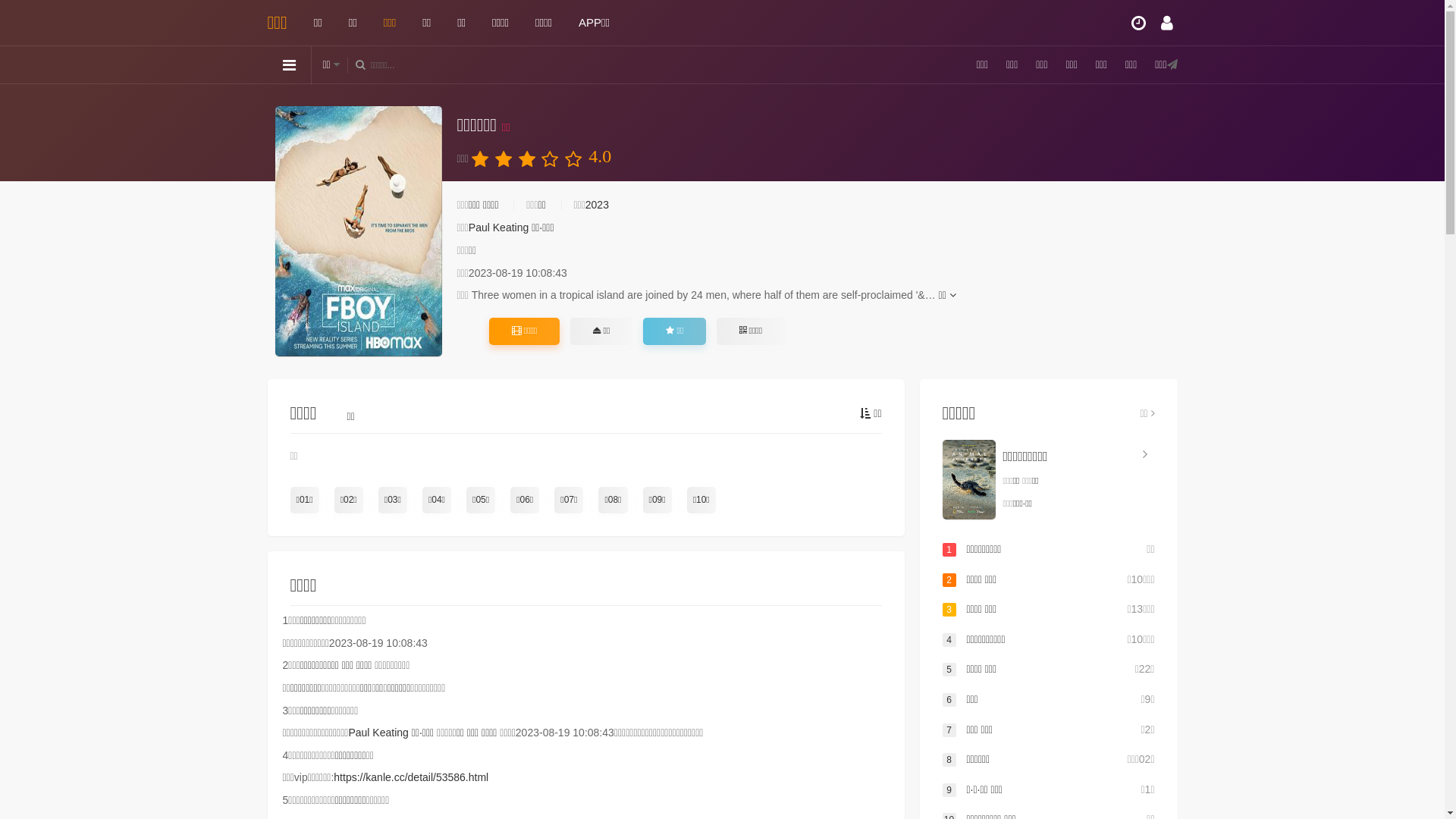 This screenshot has width=1456, height=819. I want to click on '2023', so click(596, 205).